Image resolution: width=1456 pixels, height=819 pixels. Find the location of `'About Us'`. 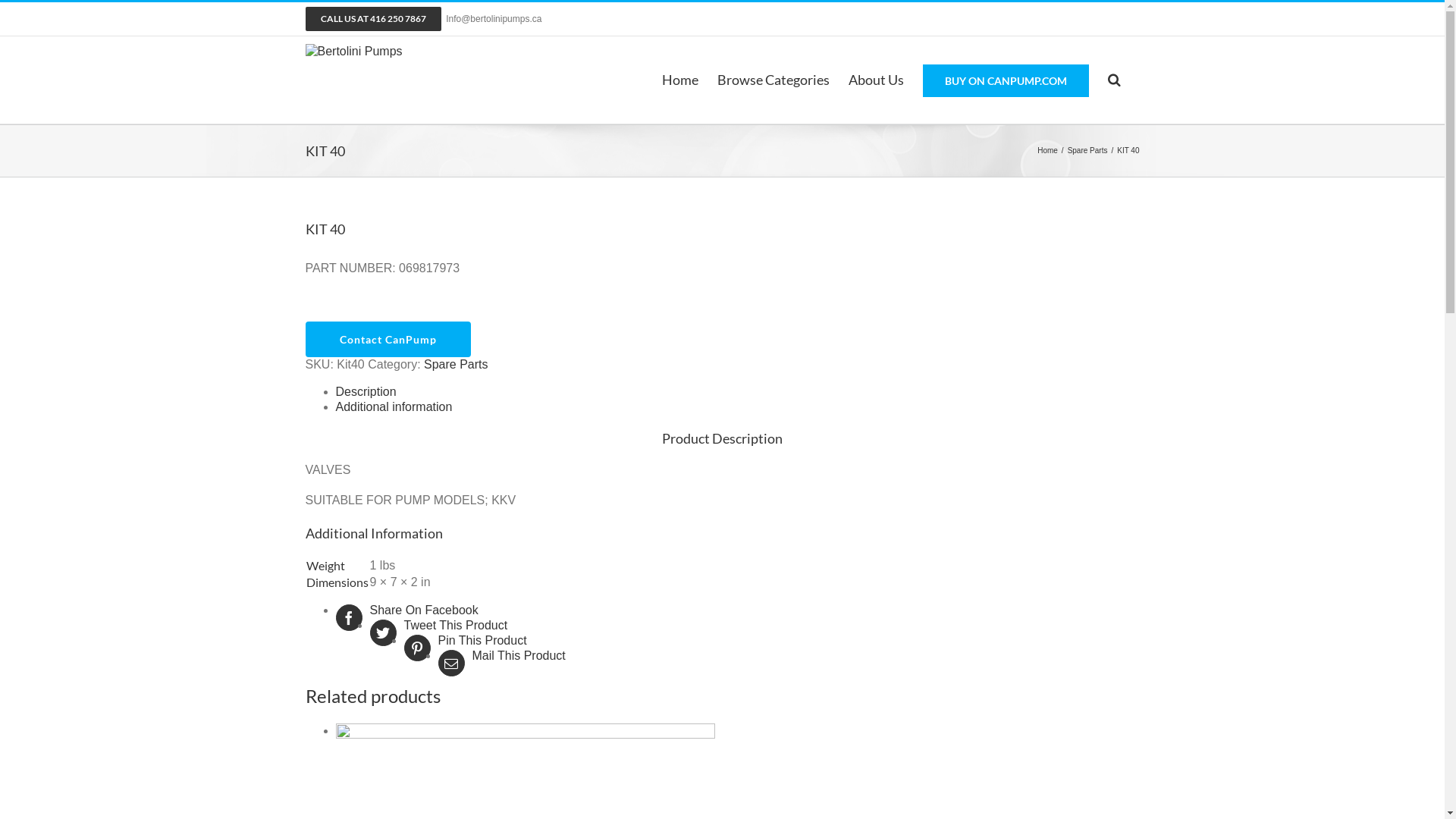

'About Us' is located at coordinates (875, 80).